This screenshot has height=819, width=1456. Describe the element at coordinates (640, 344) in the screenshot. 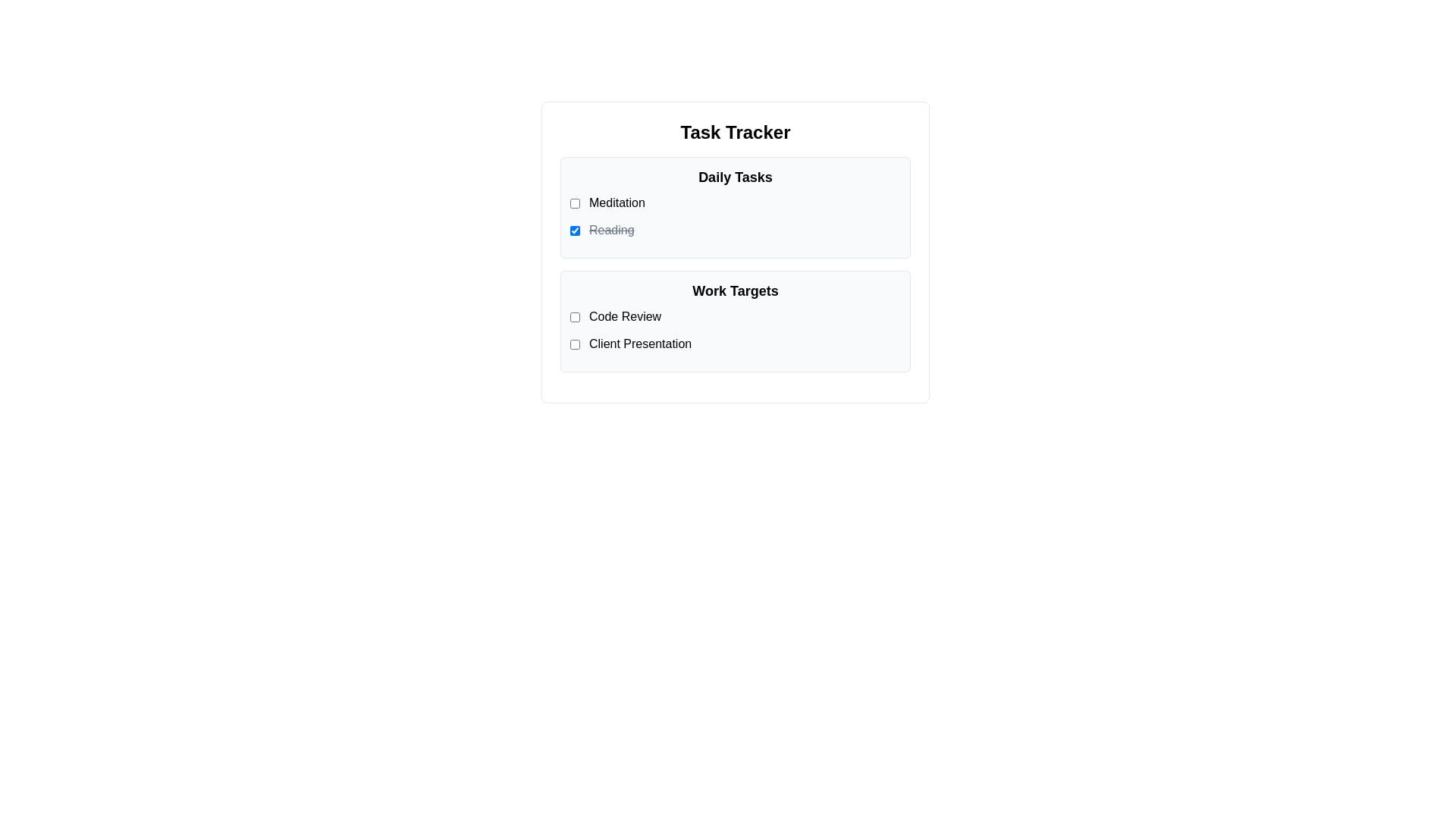

I see `the descriptive text label located in the 'Work Targets' section, which identifies the task corresponding to the checkbox, positioned below the 'Code Review' task` at that location.